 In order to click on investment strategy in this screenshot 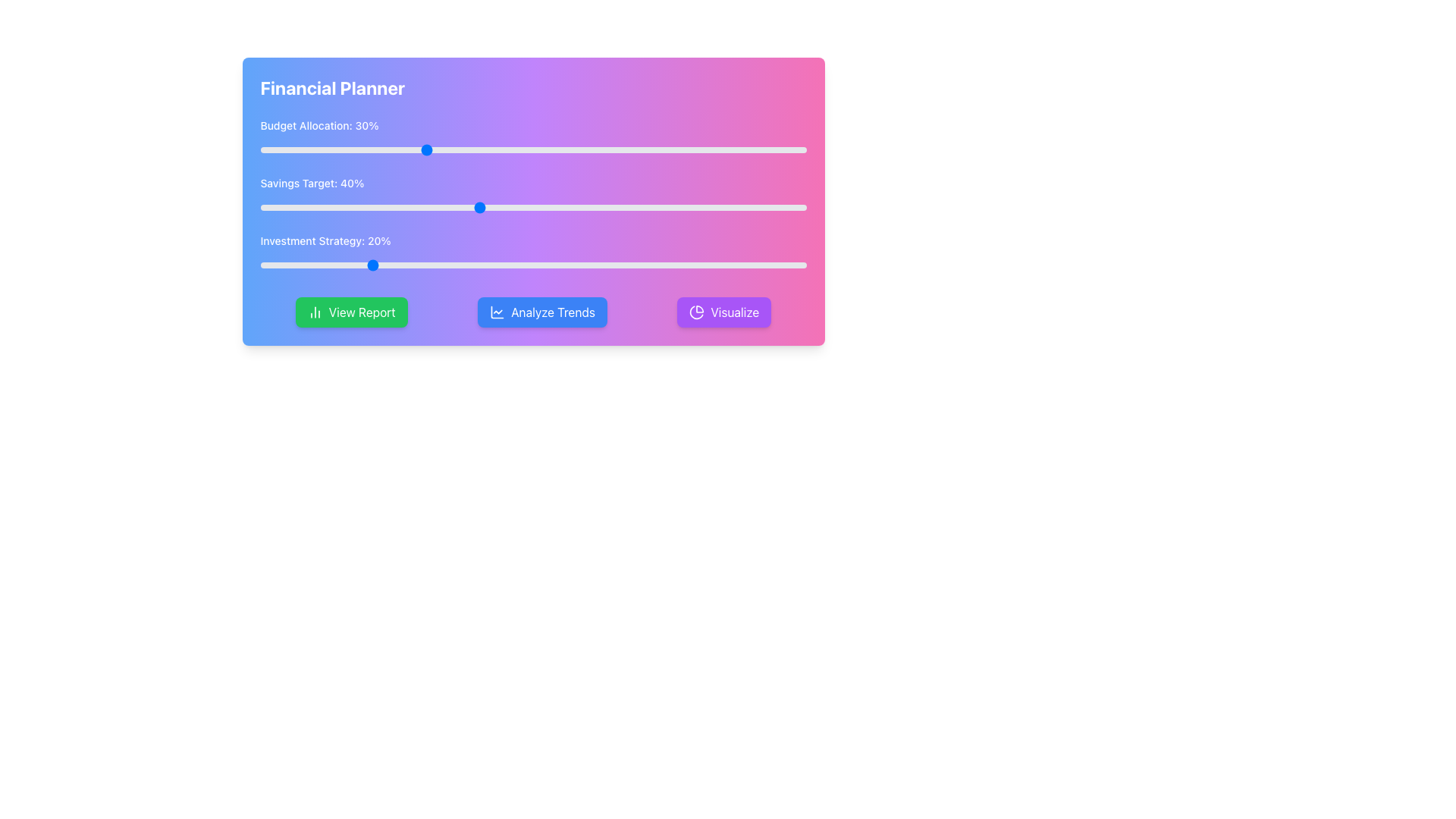, I will do `click(669, 265)`.